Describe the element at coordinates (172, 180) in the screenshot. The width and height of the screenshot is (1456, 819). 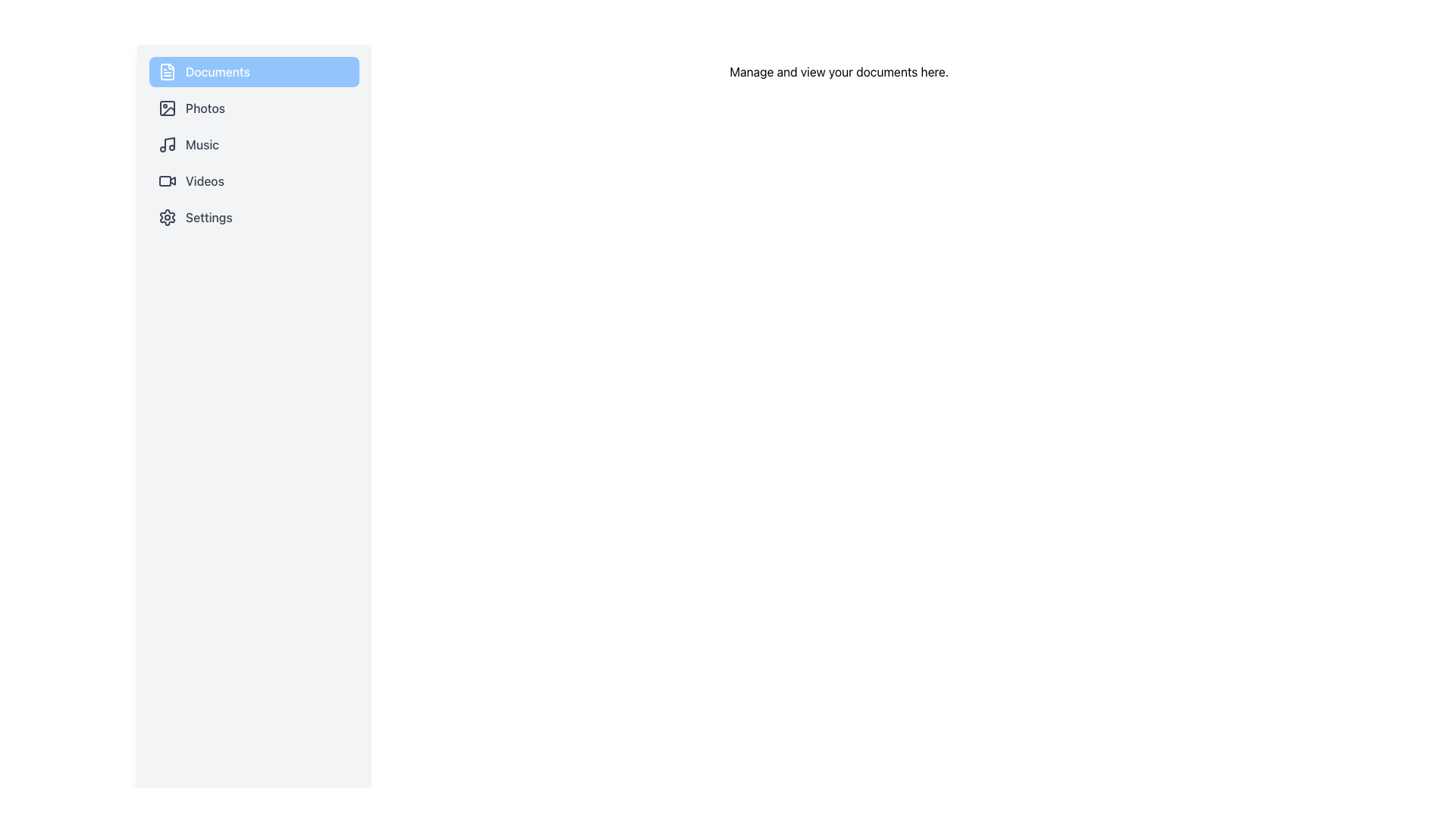
I see `the video icon in the sidebar navigation menu, which is positioned to the left of the 'Videos' label and between 'Music' and 'Settings'` at that location.